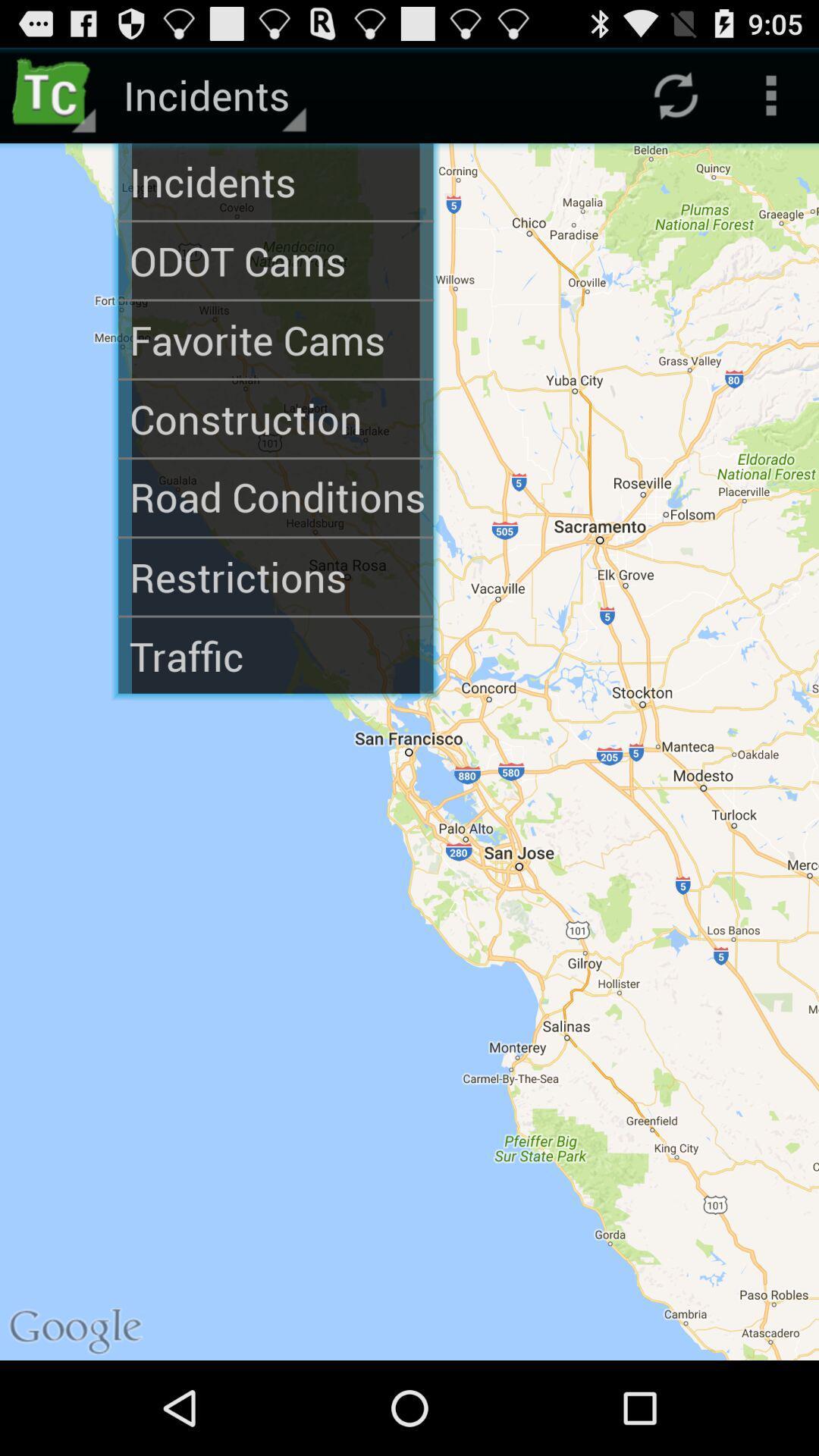 Image resolution: width=819 pixels, height=1456 pixels. What do you see at coordinates (55, 94) in the screenshot?
I see `the icon to the left of the incidents app` at bounding box center [55, 94].